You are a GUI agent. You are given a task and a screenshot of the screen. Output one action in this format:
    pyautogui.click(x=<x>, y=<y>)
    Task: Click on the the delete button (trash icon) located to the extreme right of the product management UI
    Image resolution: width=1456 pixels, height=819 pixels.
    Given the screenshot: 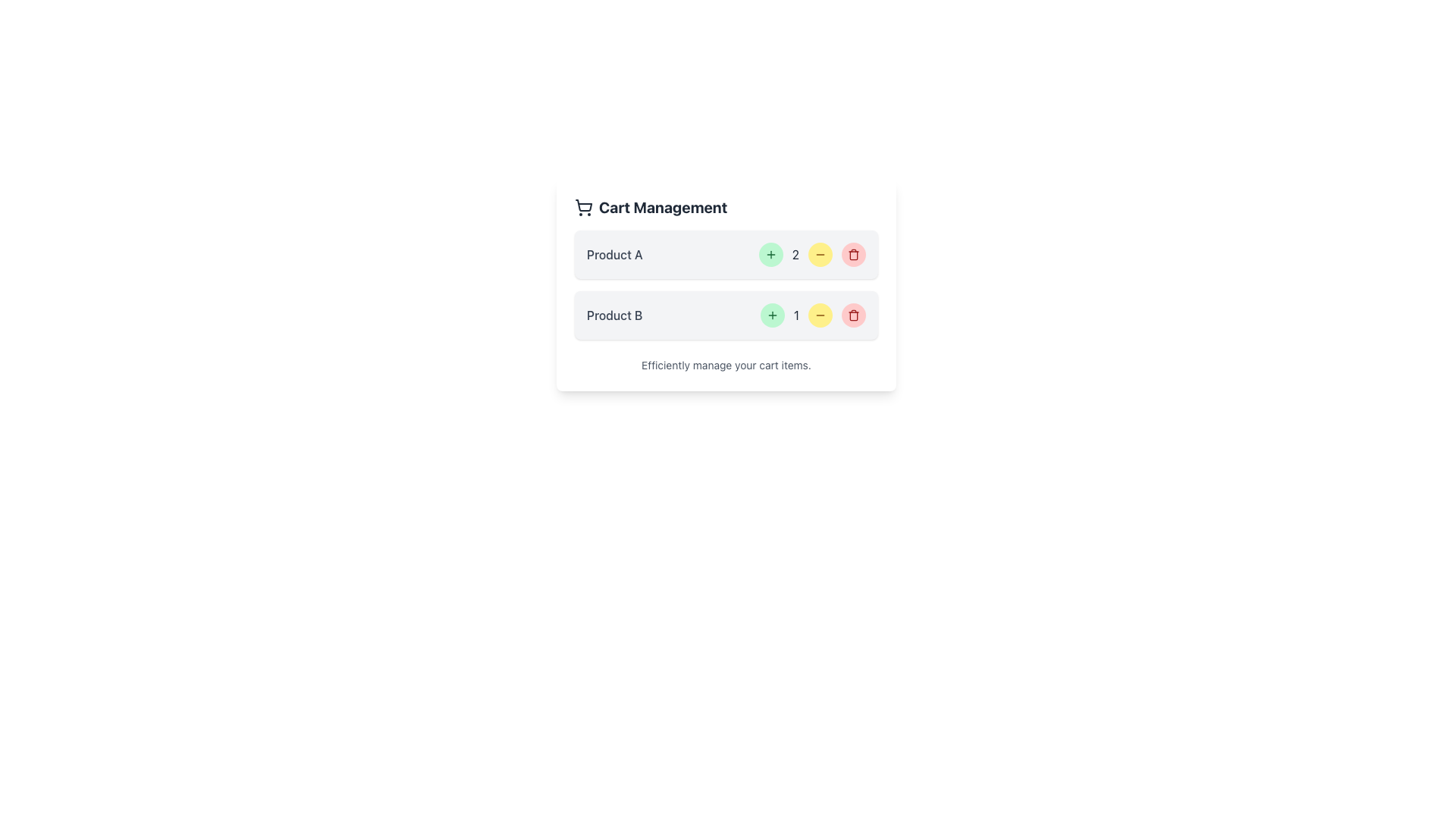 What is the action you would take?
    pyautogui.click(x=854, y=315)
    